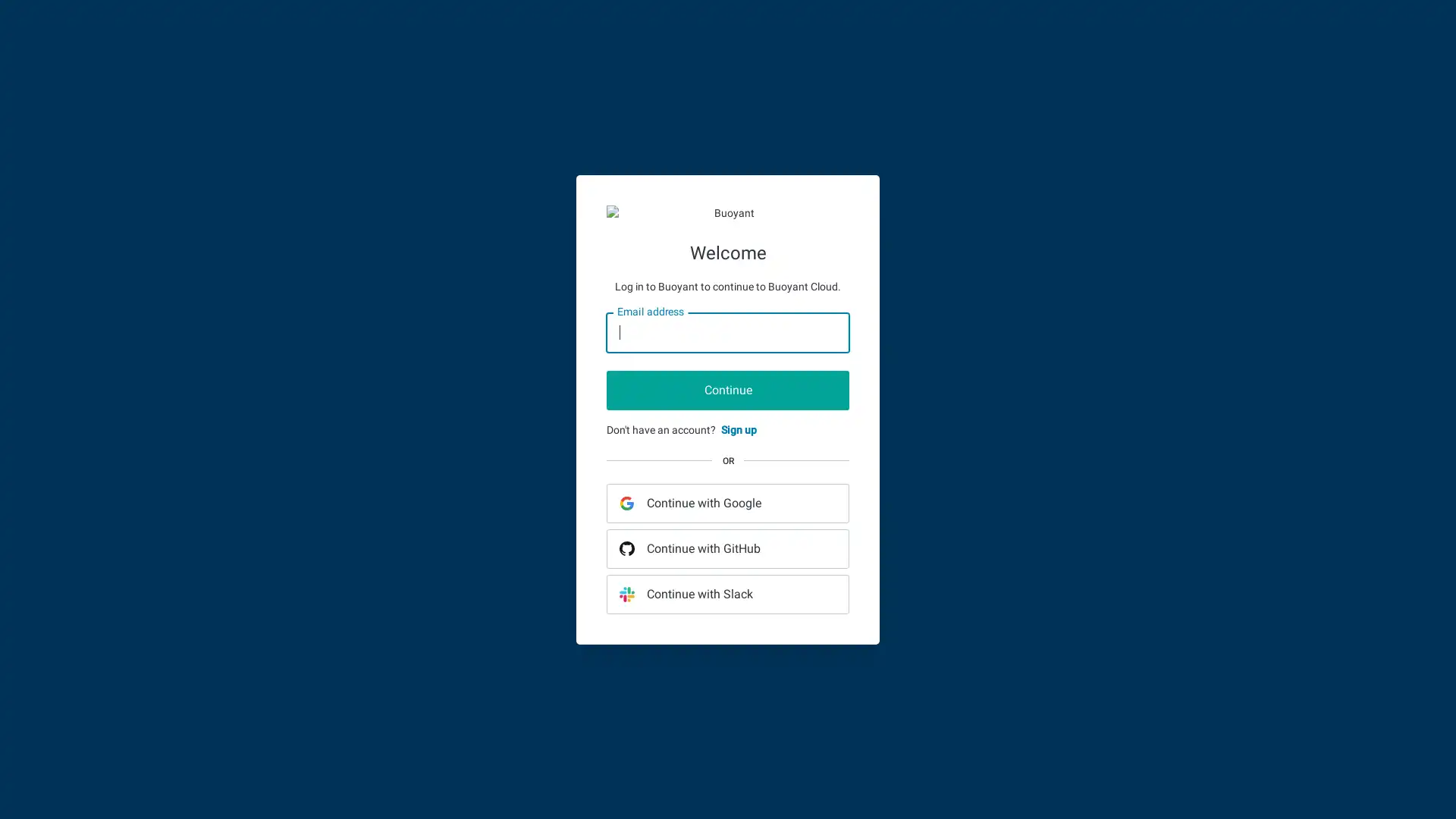 The width and height of the screenshot is (1456, 819). What do you see at coordinates (728, 503) in the screenshot?
I see `Continue with Google` at bounding box center [728, 503].